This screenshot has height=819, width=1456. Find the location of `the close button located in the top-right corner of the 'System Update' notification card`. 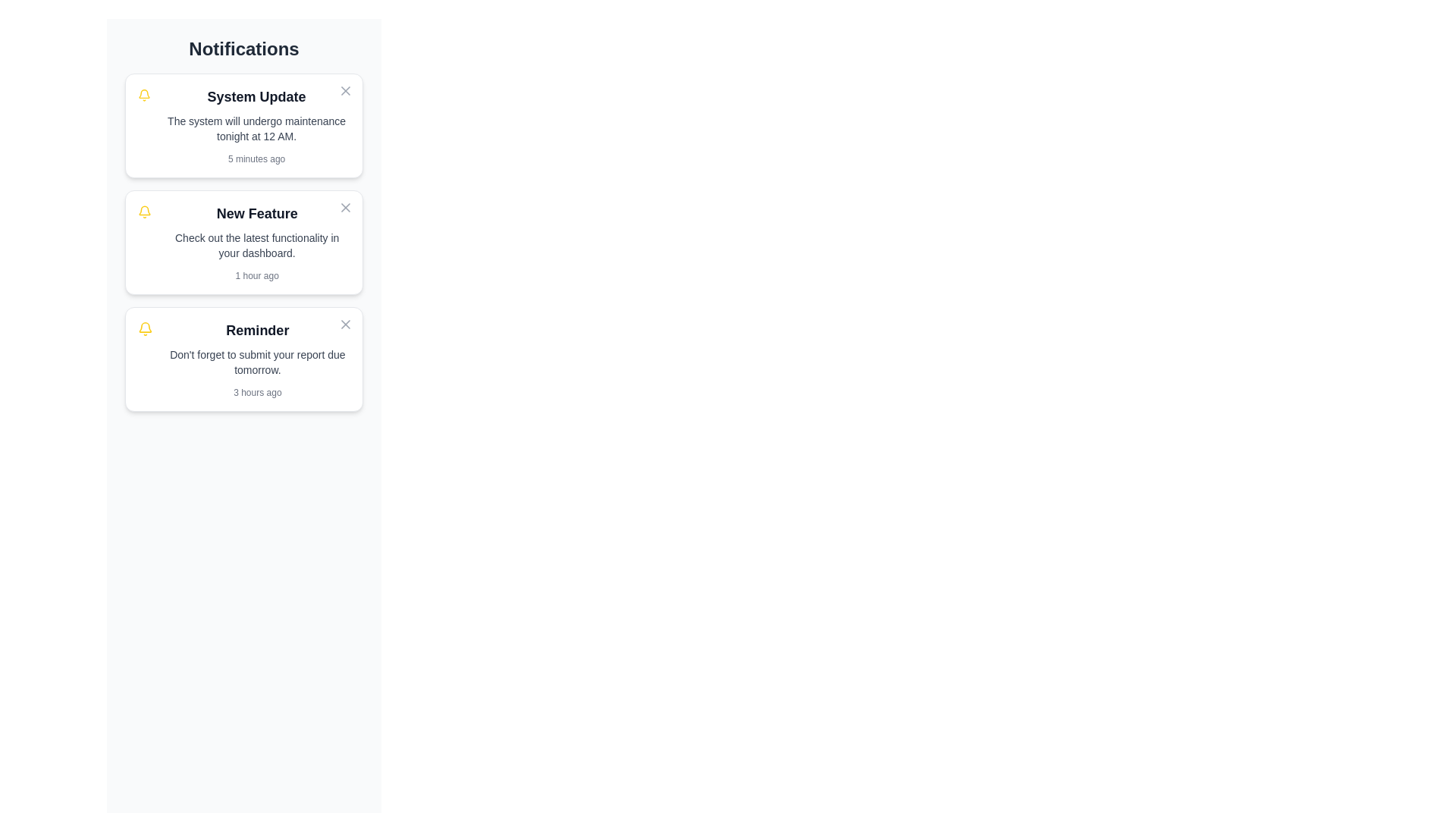

the close button located in the top-right corner of the 'System Update' notification card is located at coordinates (345, 90).